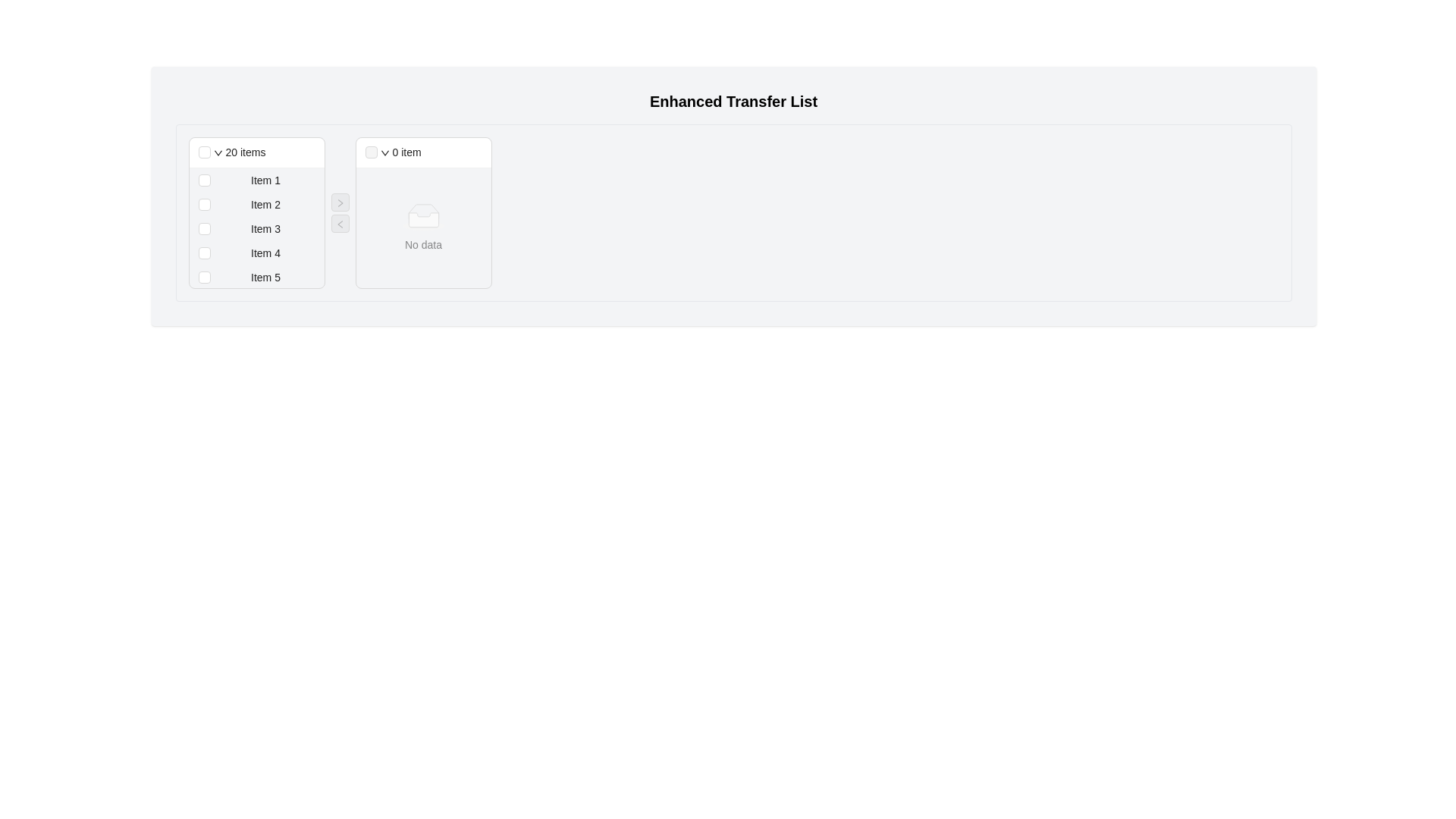 The image size is (1456, 819). What do you see at coordinates (256, 180) in the screenshot?
I see `the first checkbox item in the left panel's transfer list` at bounding box center [256, 180].